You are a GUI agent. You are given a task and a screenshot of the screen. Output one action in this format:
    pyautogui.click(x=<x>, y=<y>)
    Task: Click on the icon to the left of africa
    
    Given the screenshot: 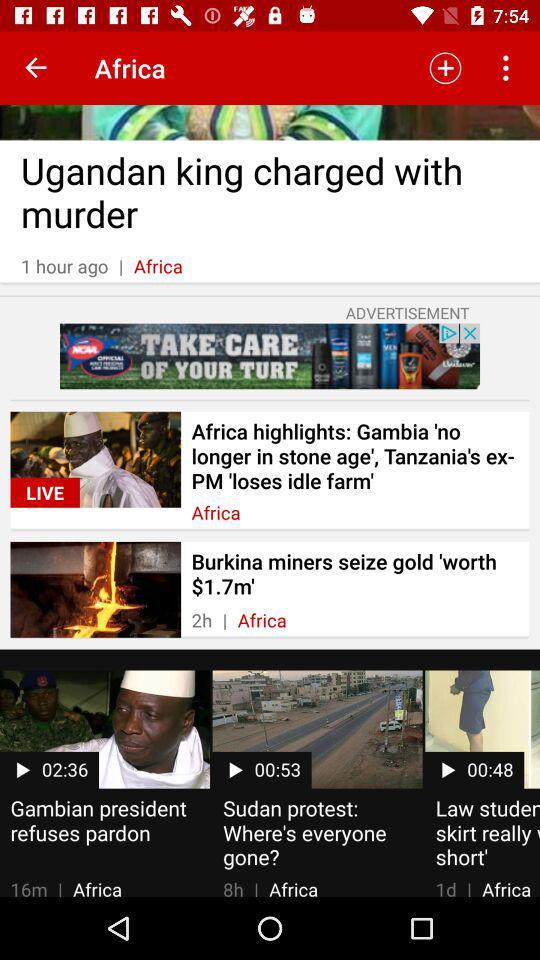 What is the action you would take?
    pyautogui.click(x=36, y=68)
    